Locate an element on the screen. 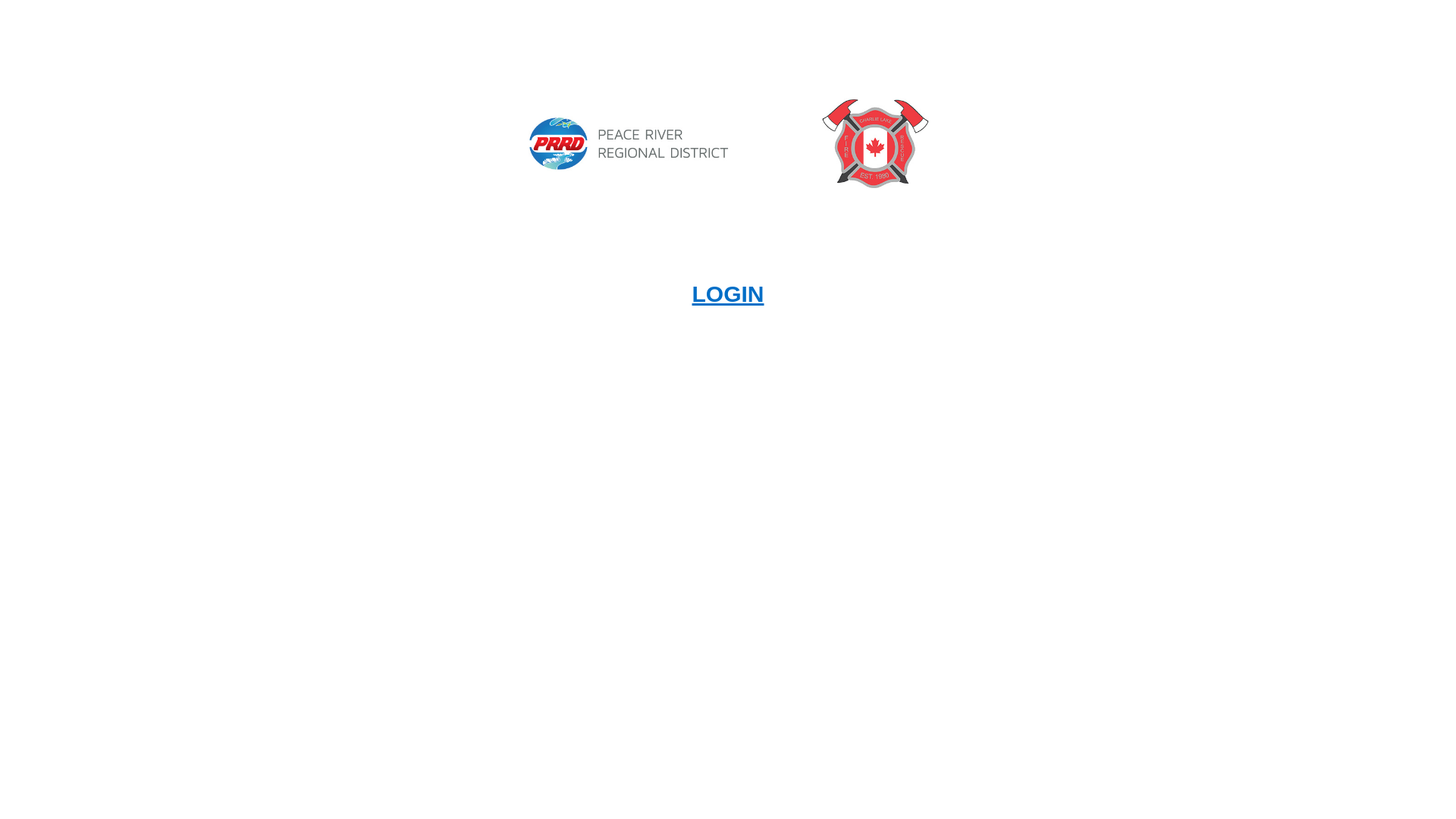  'LOGIN' is located at coordinates (691, 293).